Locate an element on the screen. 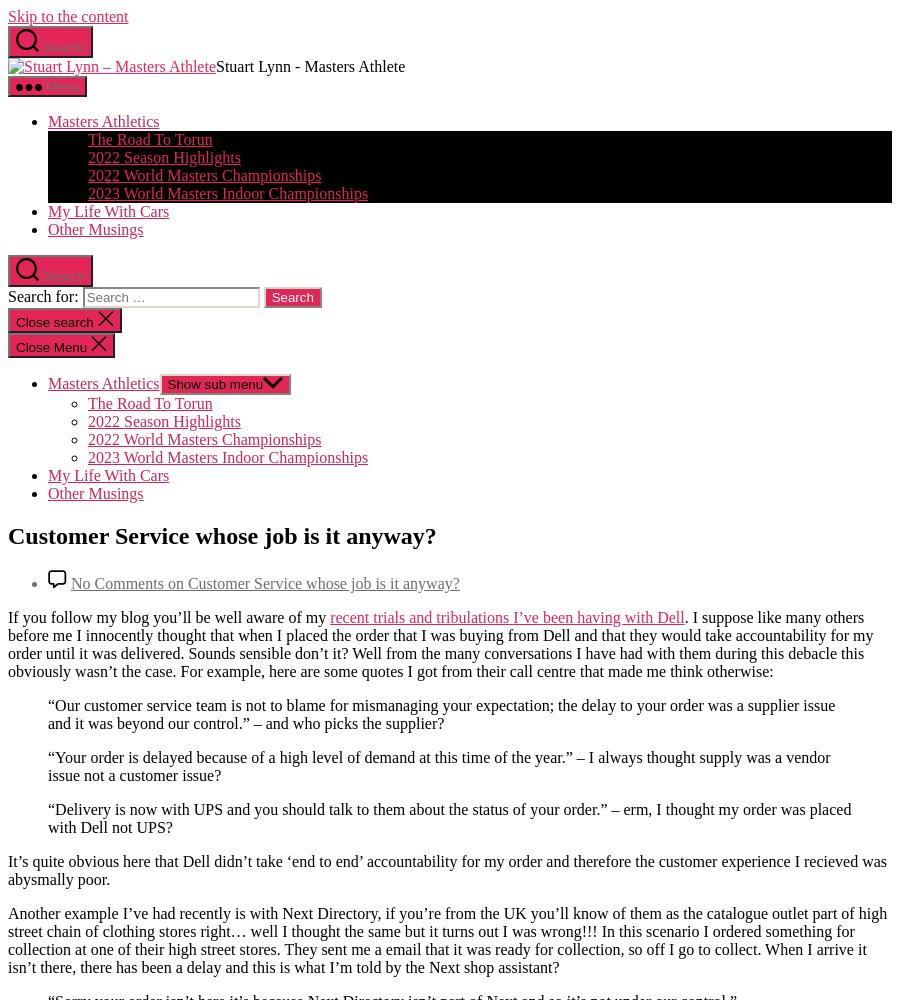 The width and height of the screenshot is (900, 1000). 'on Customer Service whose job is it anyway?' is located at coordinates (310, 581).